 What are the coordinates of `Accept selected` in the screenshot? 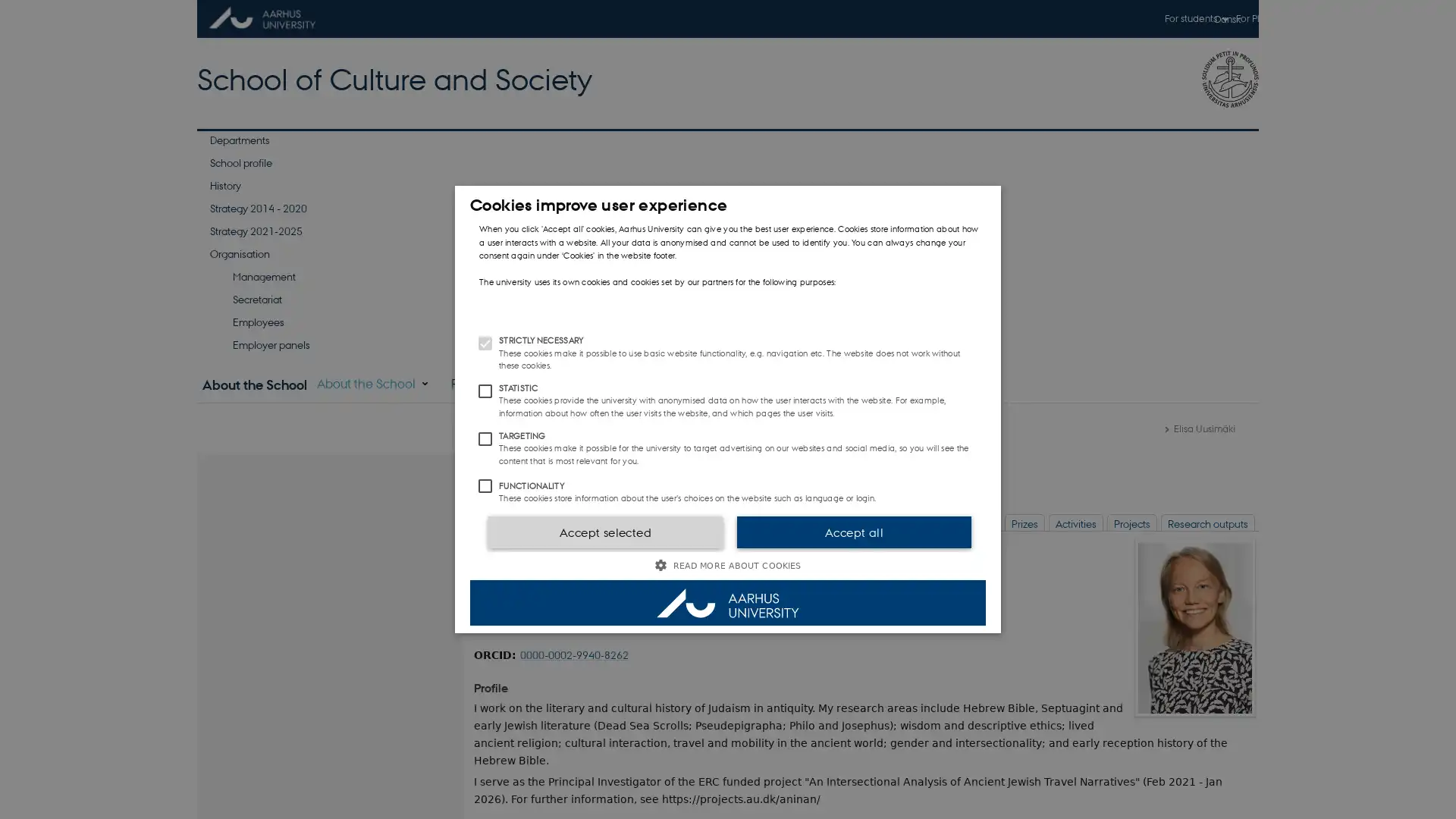 It's located at (604, 532).